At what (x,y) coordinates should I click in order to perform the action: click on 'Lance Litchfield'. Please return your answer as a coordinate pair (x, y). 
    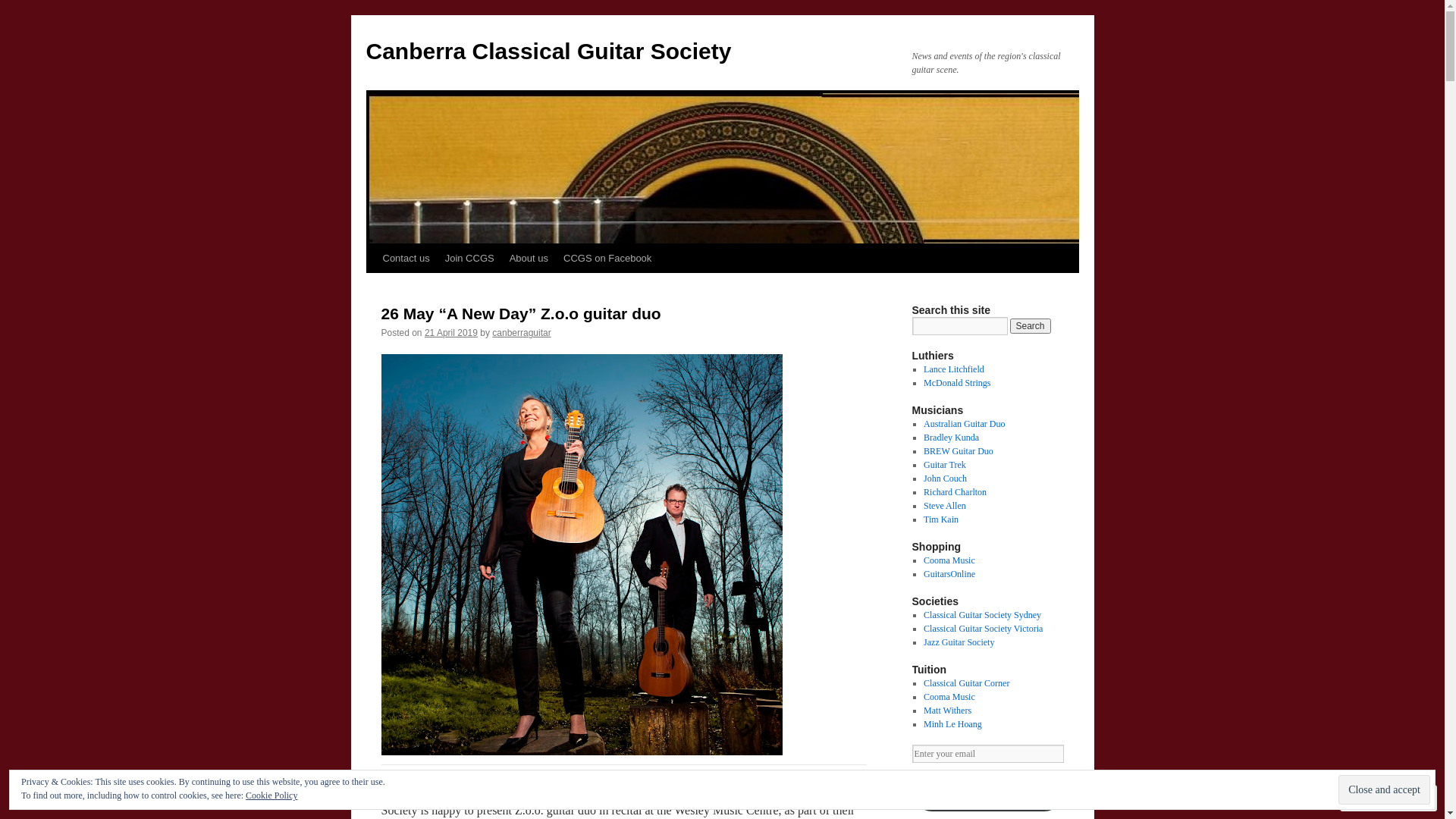
    Looking at the image, I should click on (952, 369).